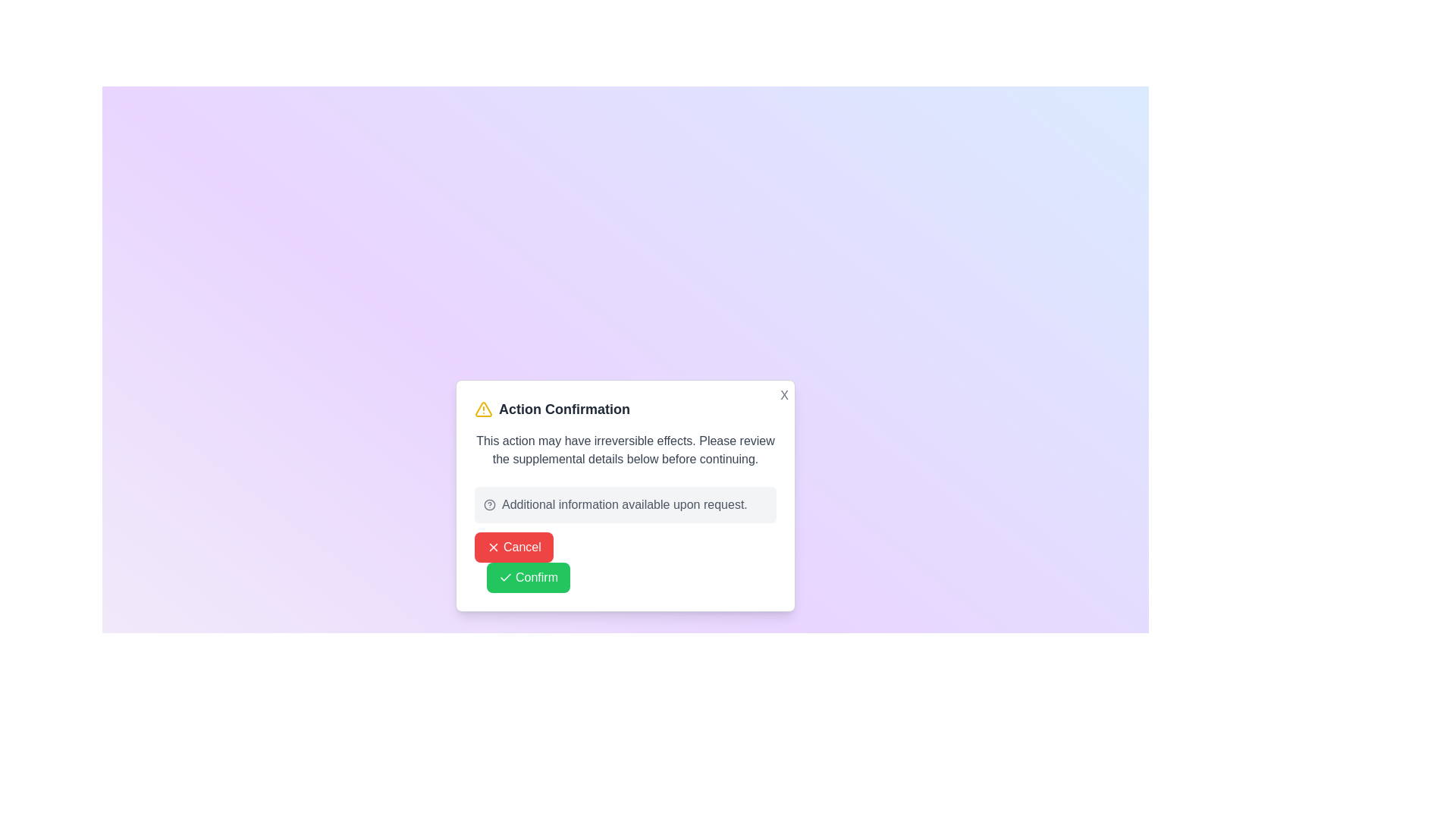 The image size is (1456, 819). I want to click on the red 'Cancel' button with white text featuring an 'X' icon, so click(513, 547).